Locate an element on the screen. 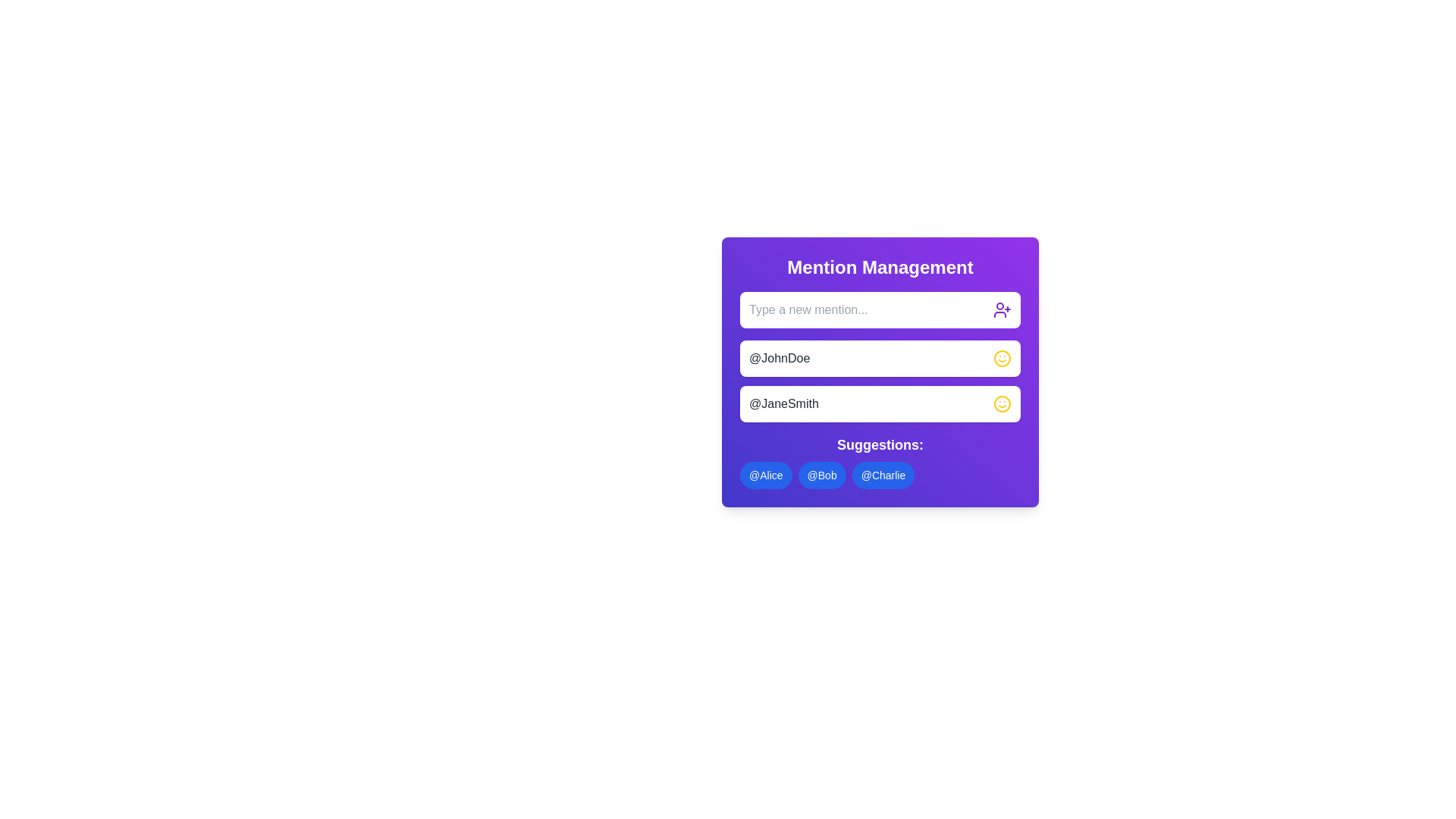 This screenshot has height=819, width=1456. the yellow smiley face icon located at the right end of the '@JohnDoe' entry in the list is located at coordinates (1002, 359).